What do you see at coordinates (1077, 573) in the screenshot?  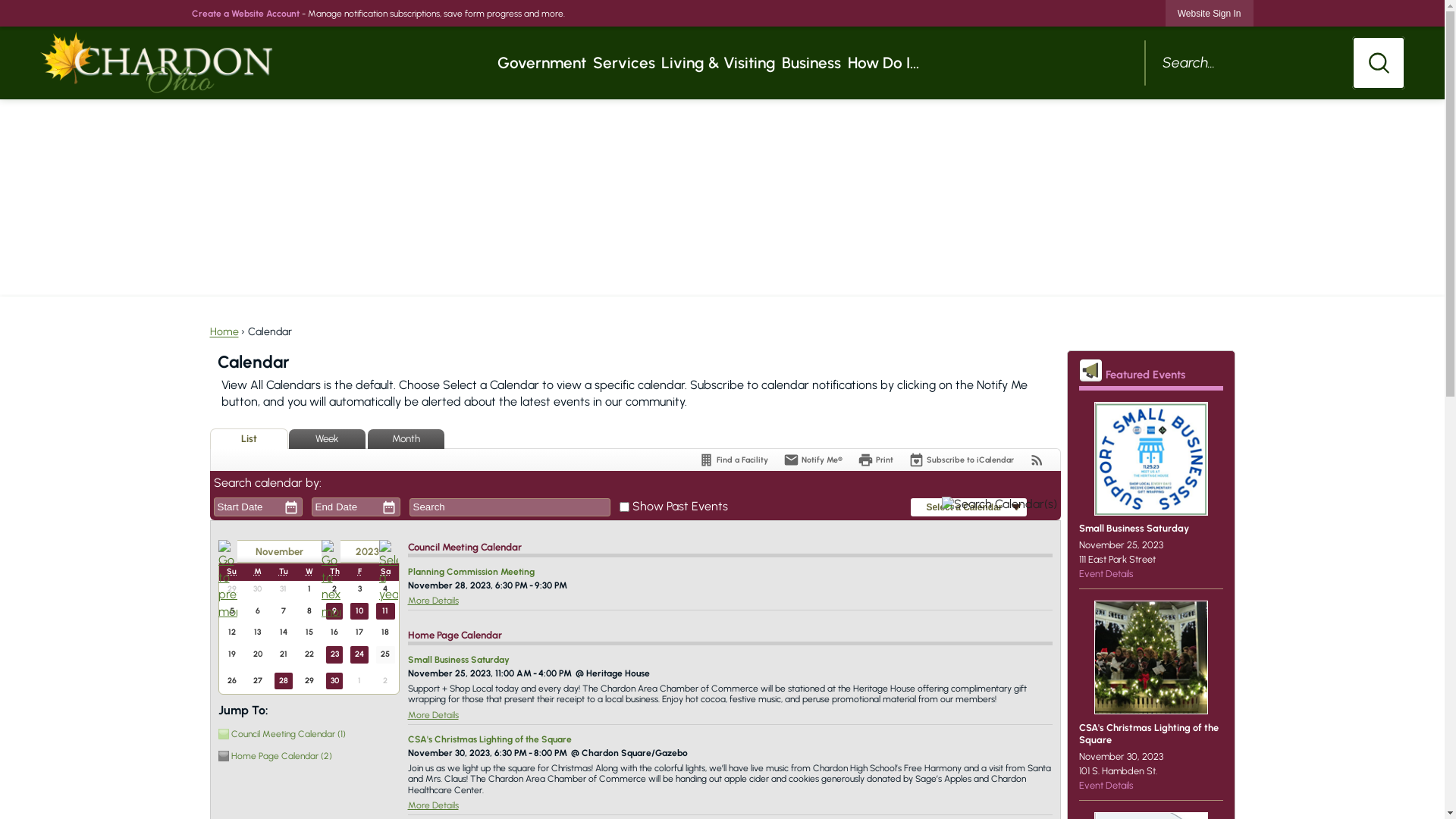 I see `'Event Details'` at bounding box center [1077, 573].